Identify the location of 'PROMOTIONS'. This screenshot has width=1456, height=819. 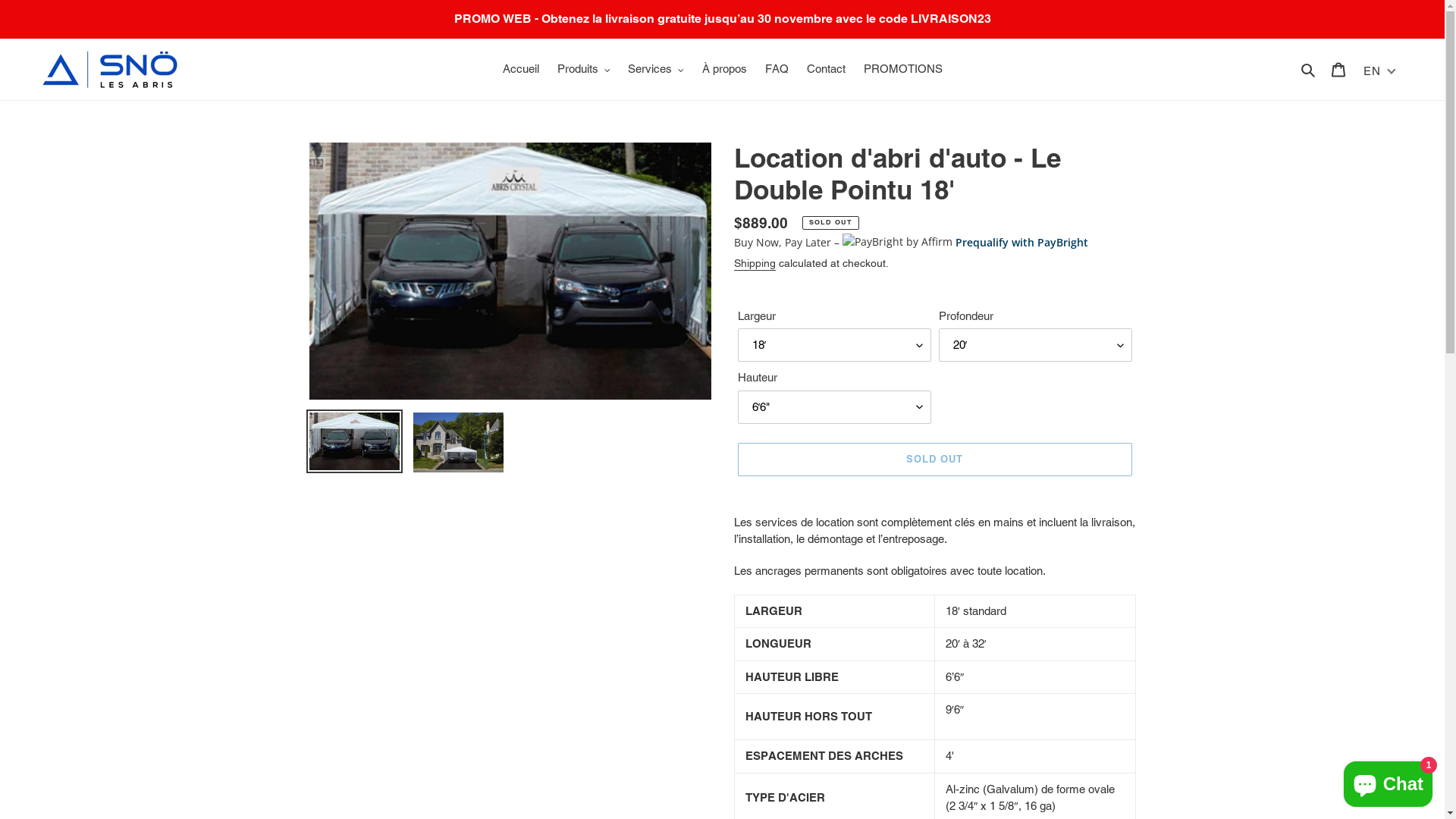
(855, 69).